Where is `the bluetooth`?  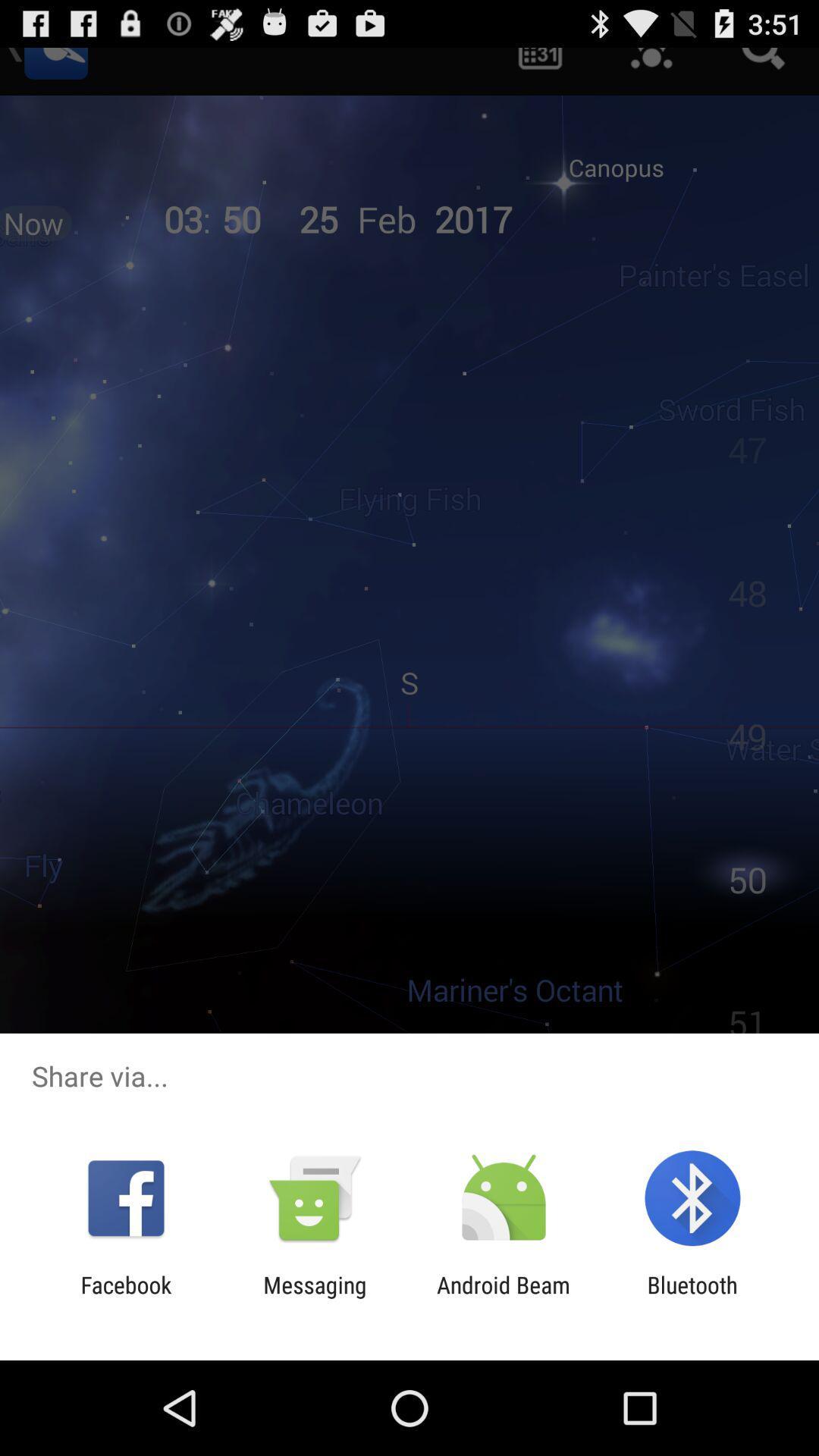 the bluetooth is located at coordinates (692, 1298).